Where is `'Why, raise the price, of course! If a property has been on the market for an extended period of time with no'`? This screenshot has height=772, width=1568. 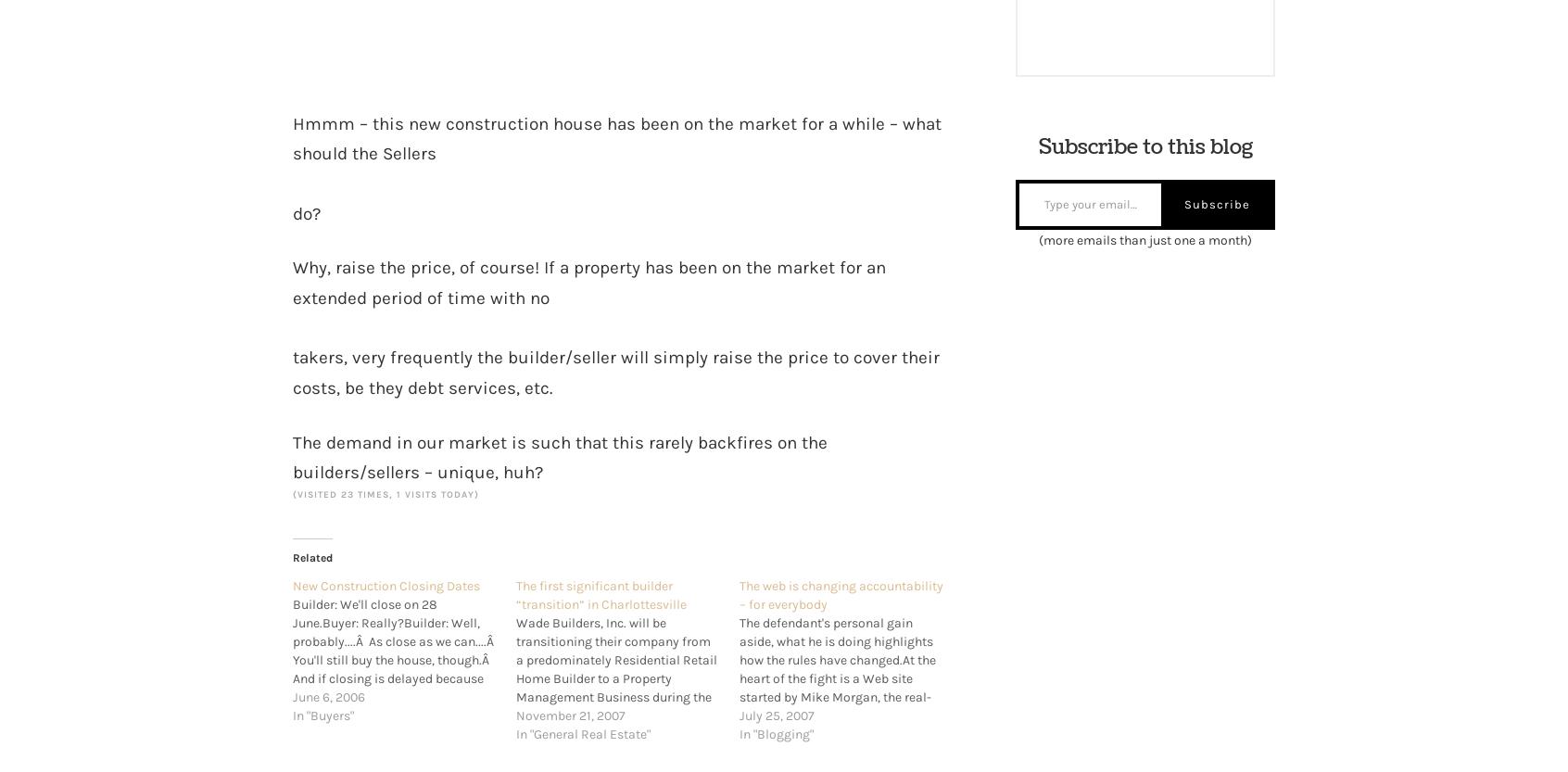 'Why, raise the price, of course! If a property has been on the market for an extended period of time with no' is located at coordinates (292, 281).